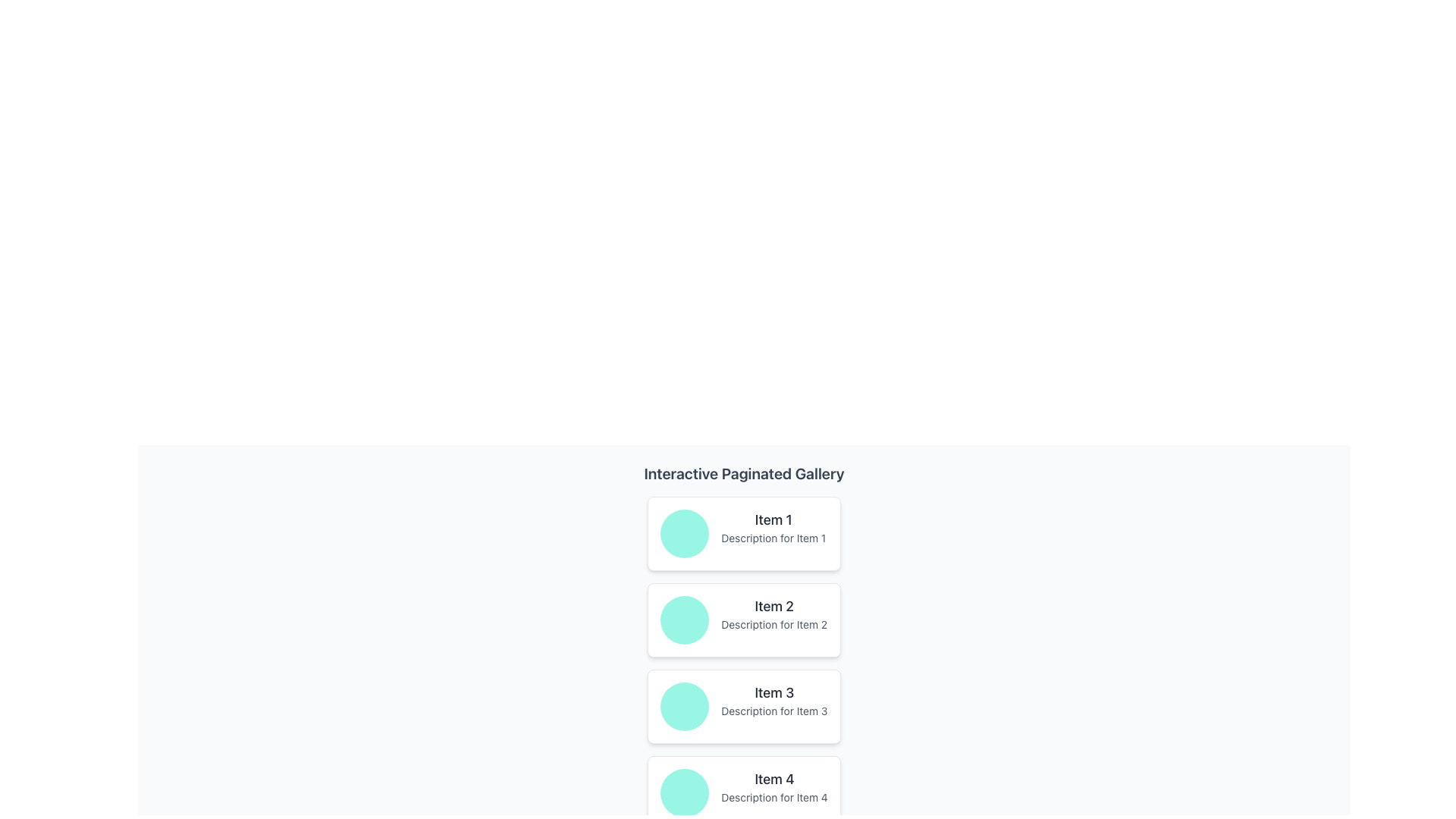 Image resolution: width=1456 pixels, height=819 pixels. Describe the element at coordinates (744, 620) in the screenshot. I see `the second card in the vertical list, which contains the title 'Item 2' and a teal circular icon` at that location.